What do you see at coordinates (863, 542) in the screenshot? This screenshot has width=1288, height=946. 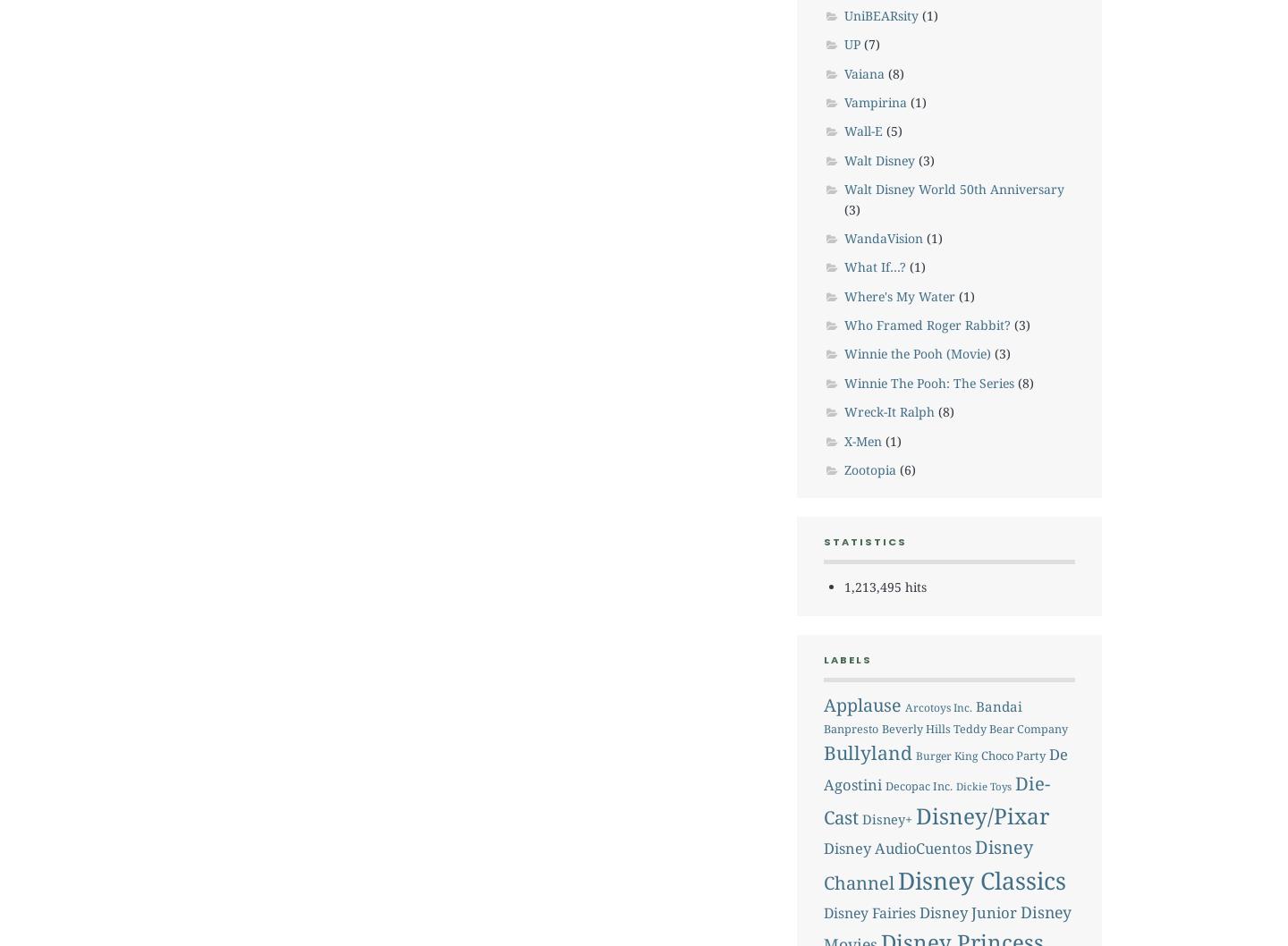 I see `'STATISTICS'` at bounding box center [863, 542].